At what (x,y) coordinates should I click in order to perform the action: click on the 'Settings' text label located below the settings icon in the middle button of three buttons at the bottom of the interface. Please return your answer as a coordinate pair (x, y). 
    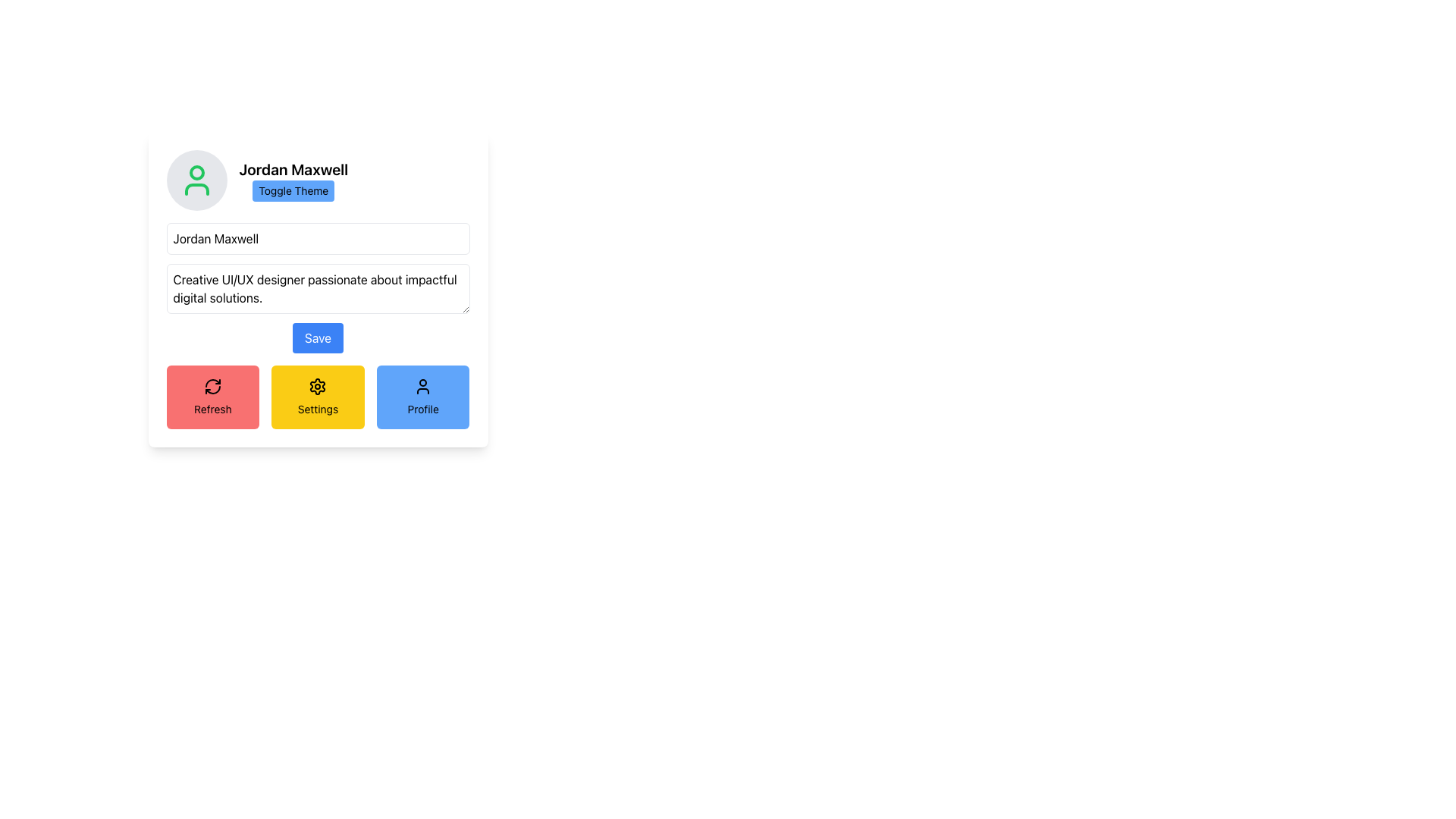
    Looking at the image, I should click on (317, 409).